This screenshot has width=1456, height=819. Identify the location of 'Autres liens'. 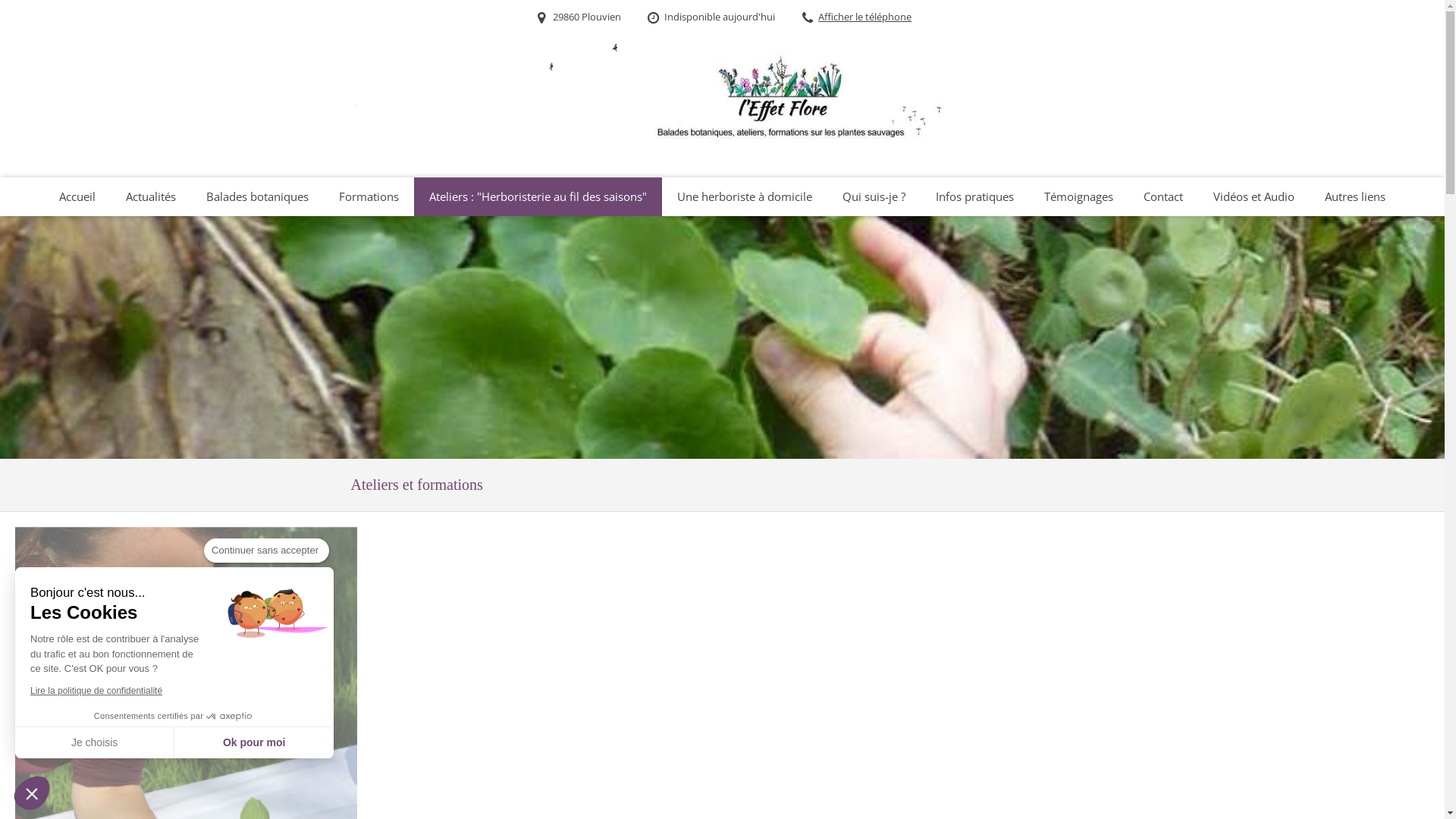
(1354, 196).